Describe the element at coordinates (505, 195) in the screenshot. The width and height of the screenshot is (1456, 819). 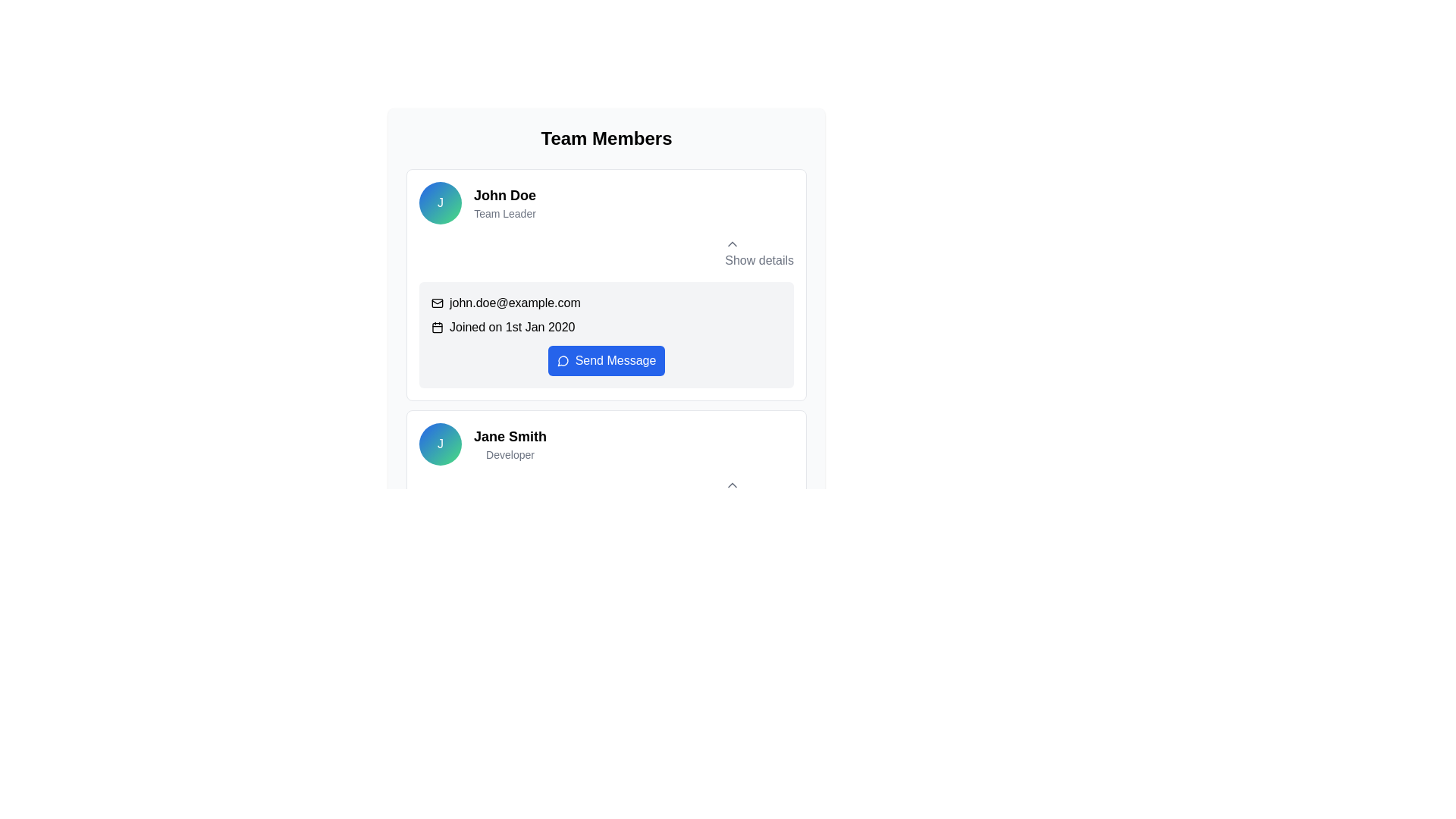
I see `the text label displaying 'John Doe' in bold black font, which is located at the upper-left section of a card layout` at that location.